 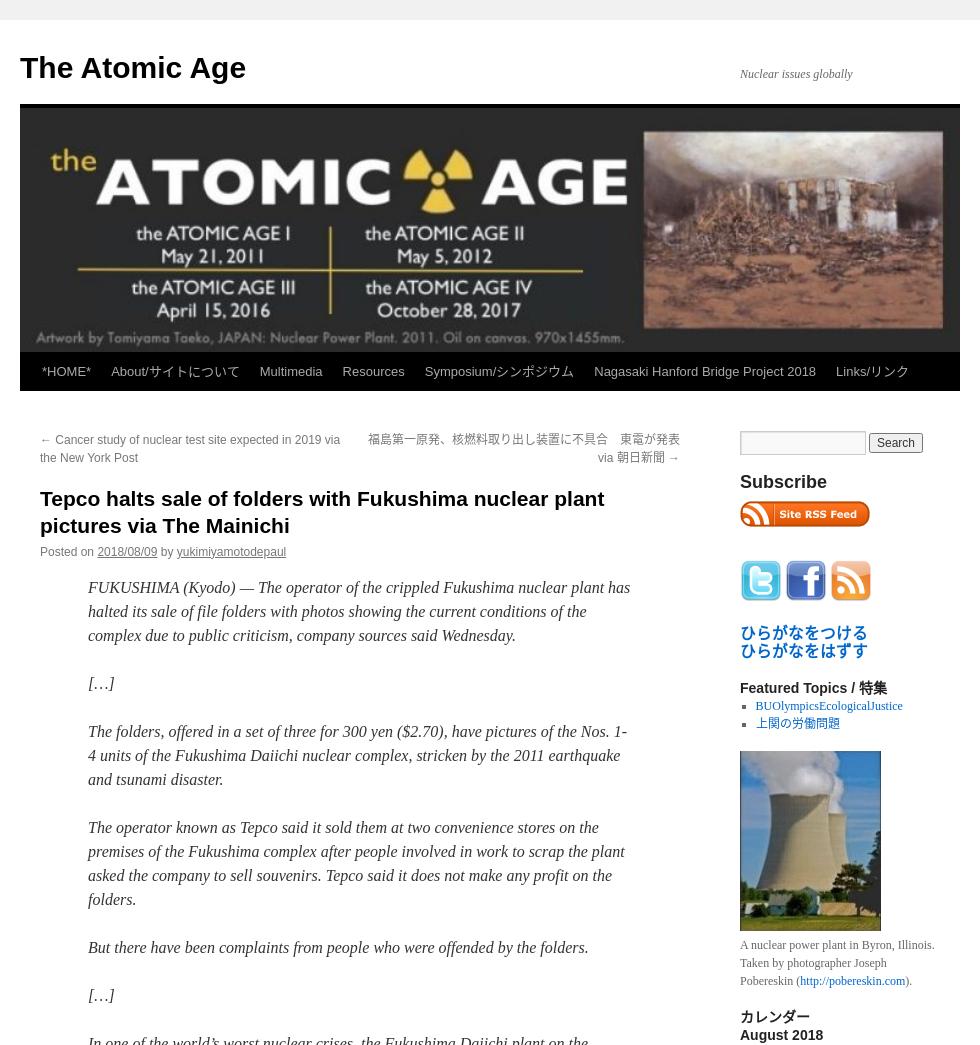 I want to click on 'FUKUSHIMA (Kyodo) — The operator of the crippled Fukushima nuclear plant has halted its sale of file folders with photos showing the current conditions of the complex due to public criticism, company sources said Wednesday.', so click(x=358, y=609).